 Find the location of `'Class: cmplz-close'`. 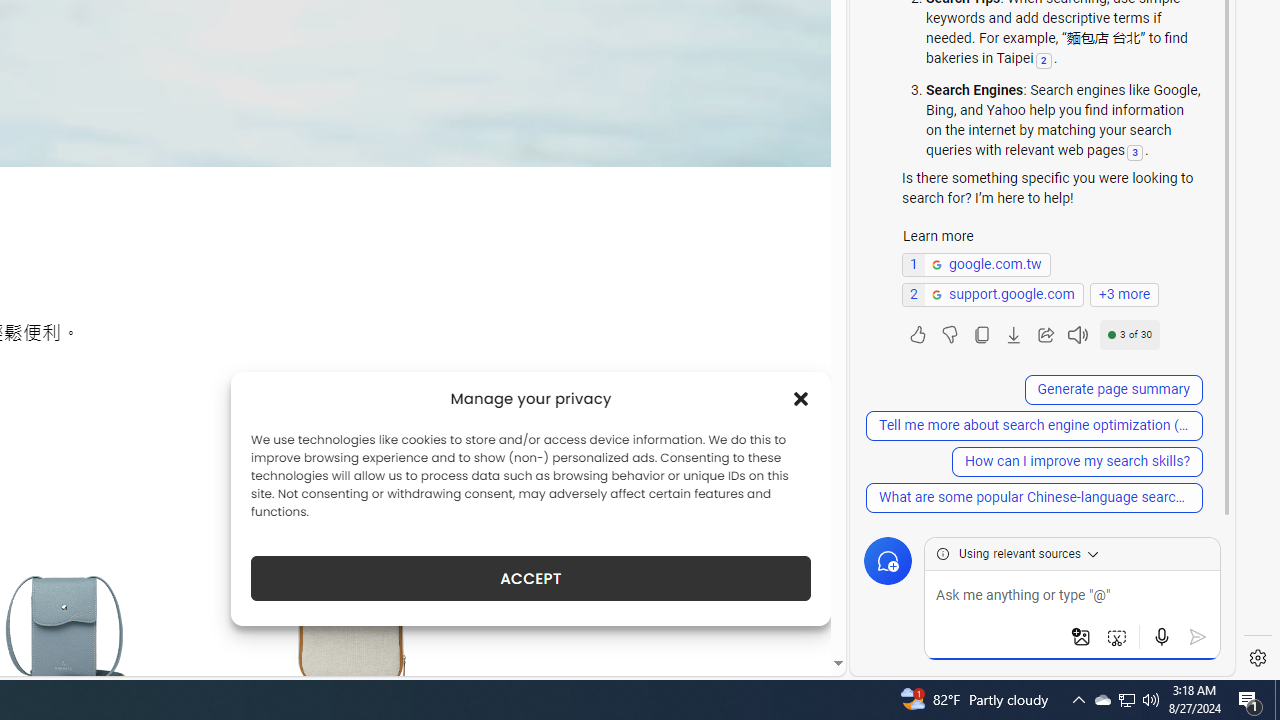

'Class: cmplz-close' is located at coordinates (801, 398).